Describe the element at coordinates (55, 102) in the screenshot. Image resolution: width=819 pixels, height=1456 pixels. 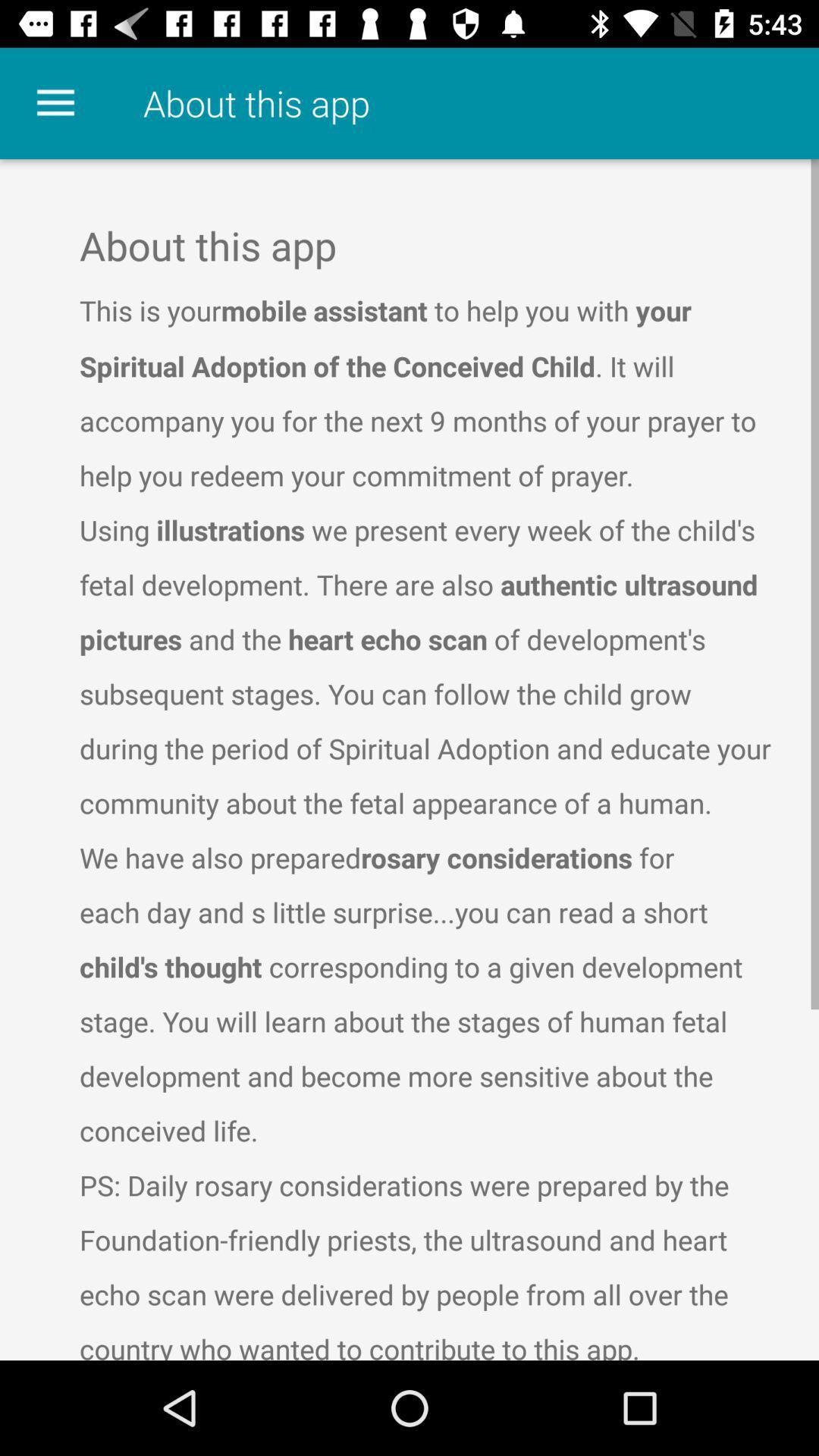
I see `icon above the about this app item` at that location.